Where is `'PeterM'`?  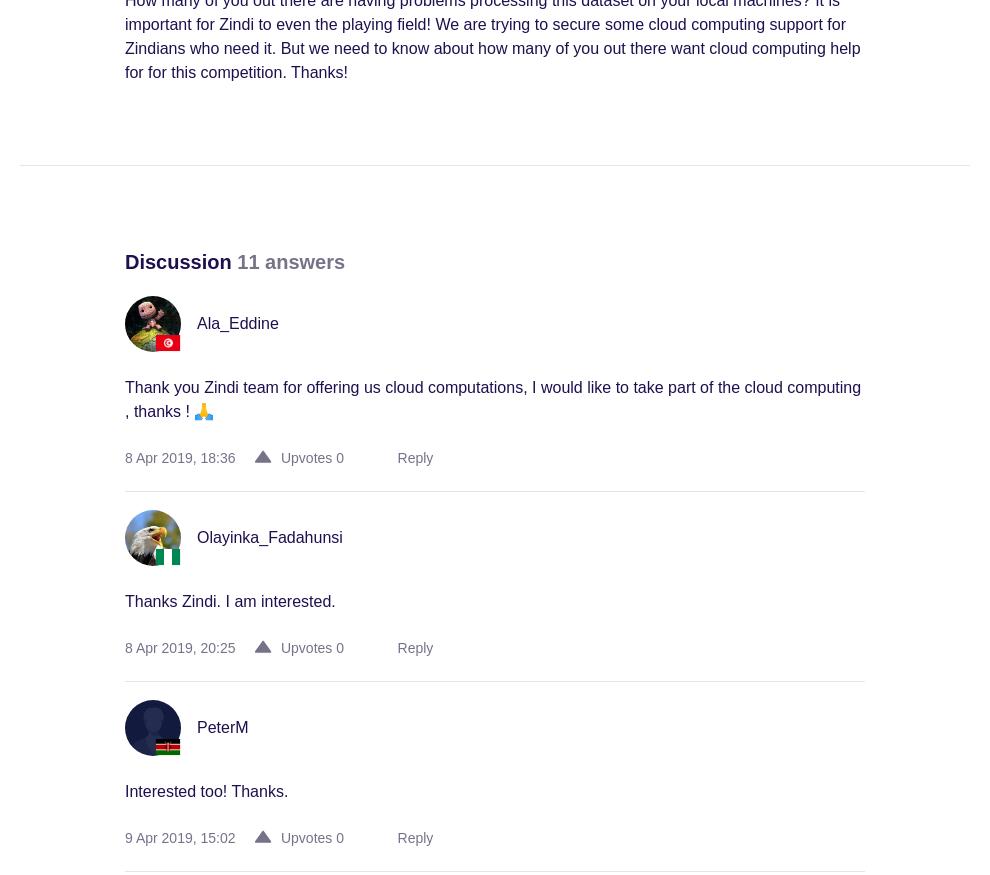
'PeterM' is located at coordinates (221, 727).